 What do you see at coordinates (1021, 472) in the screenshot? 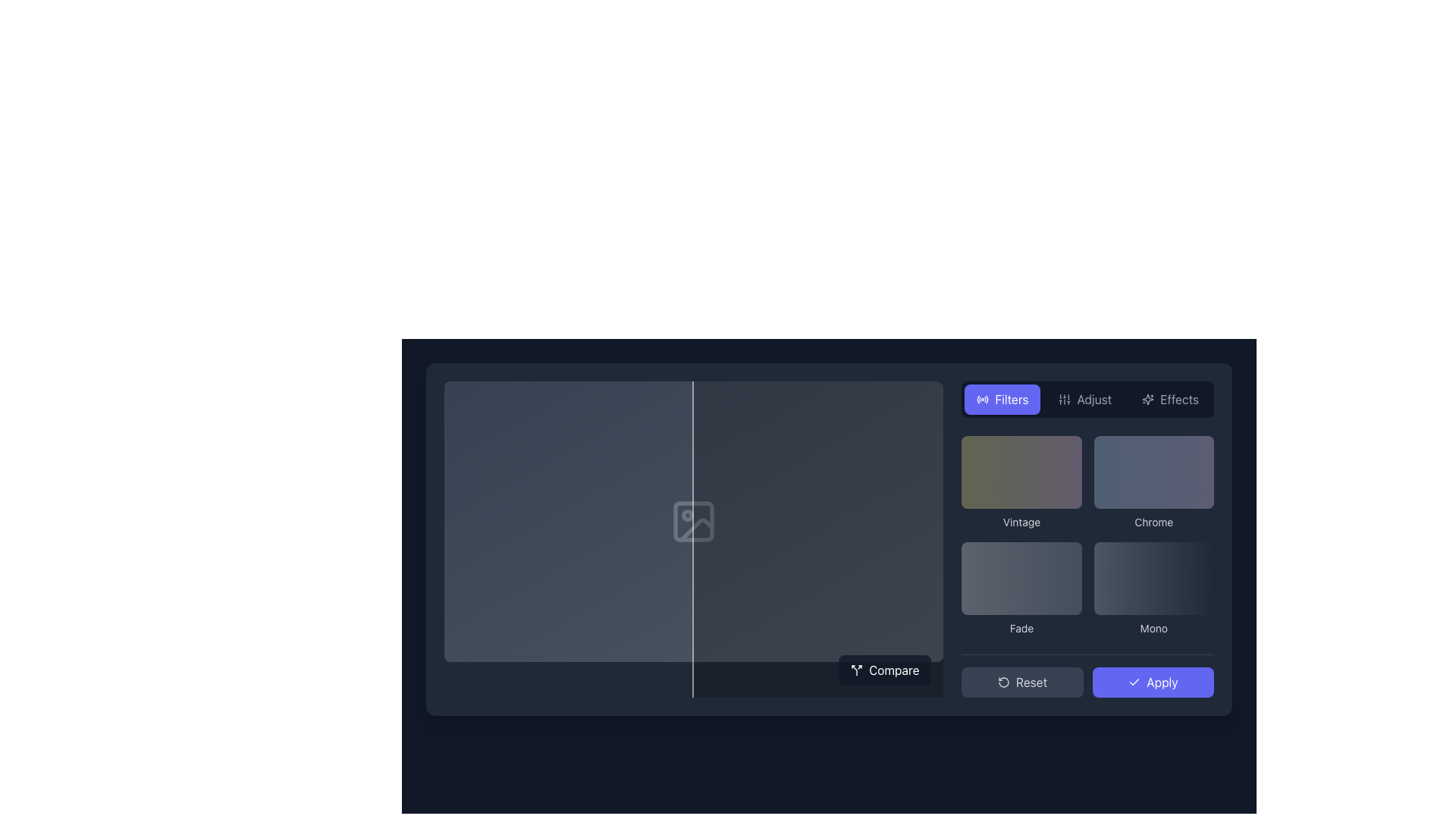
I see `the rectangular button with a subtle gradient background transitioning from soft yellow to light pink, located under the 'Filters' category in the 'Vintage' section` at bounding box center [1021, 472].